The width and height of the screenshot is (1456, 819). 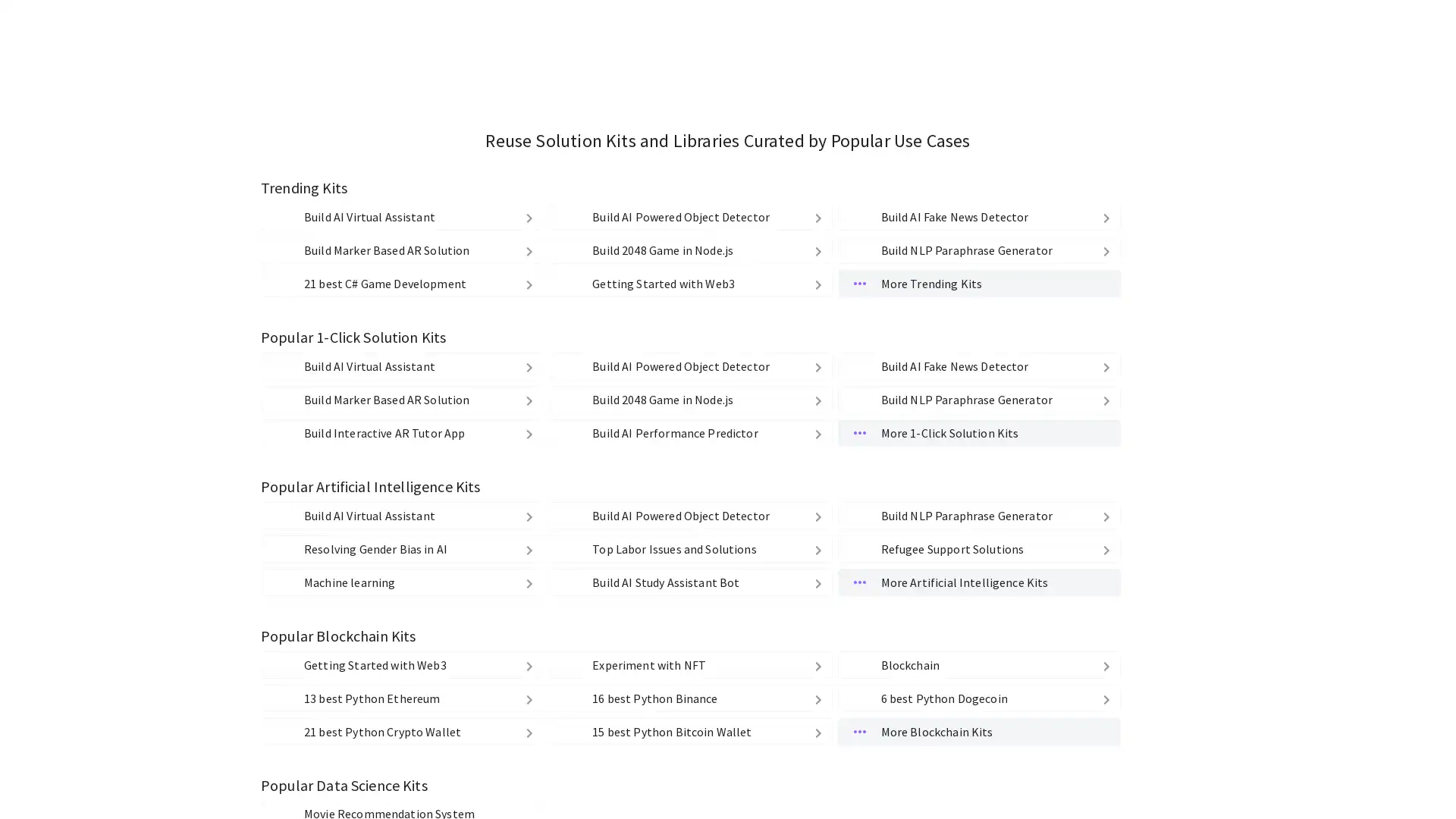 What do you see at coordinates (767, 447) in the screenshot?
I see `Libraries Libraries` at bounding box center [767, 447].